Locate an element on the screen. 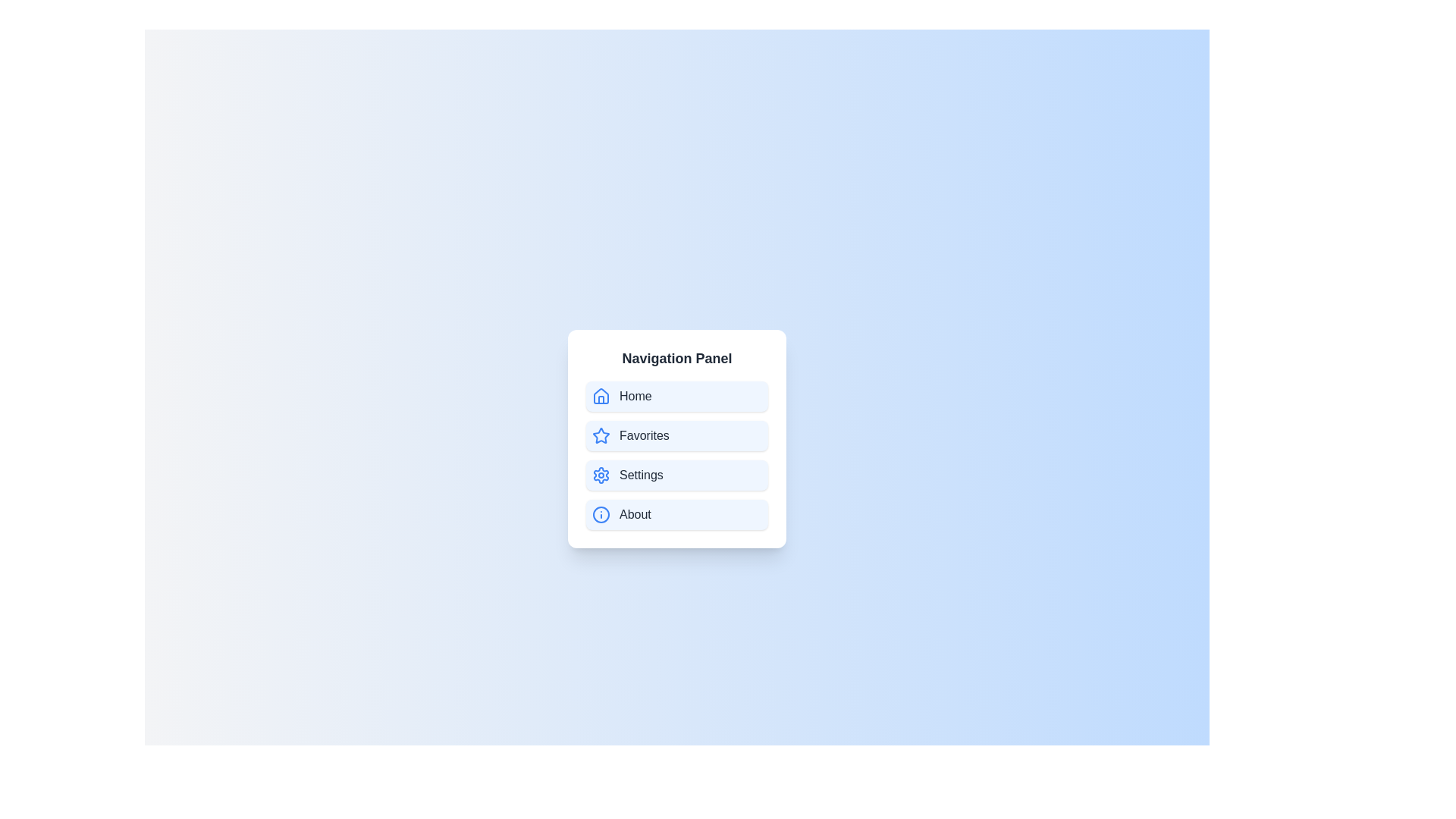 The height and width of the screenshot is (819, 1456). the blue information icon with a circular outline located to the left of the 'About' text in the bottom-most item of the vertical navigation menu is located at coordinates (600, 513).